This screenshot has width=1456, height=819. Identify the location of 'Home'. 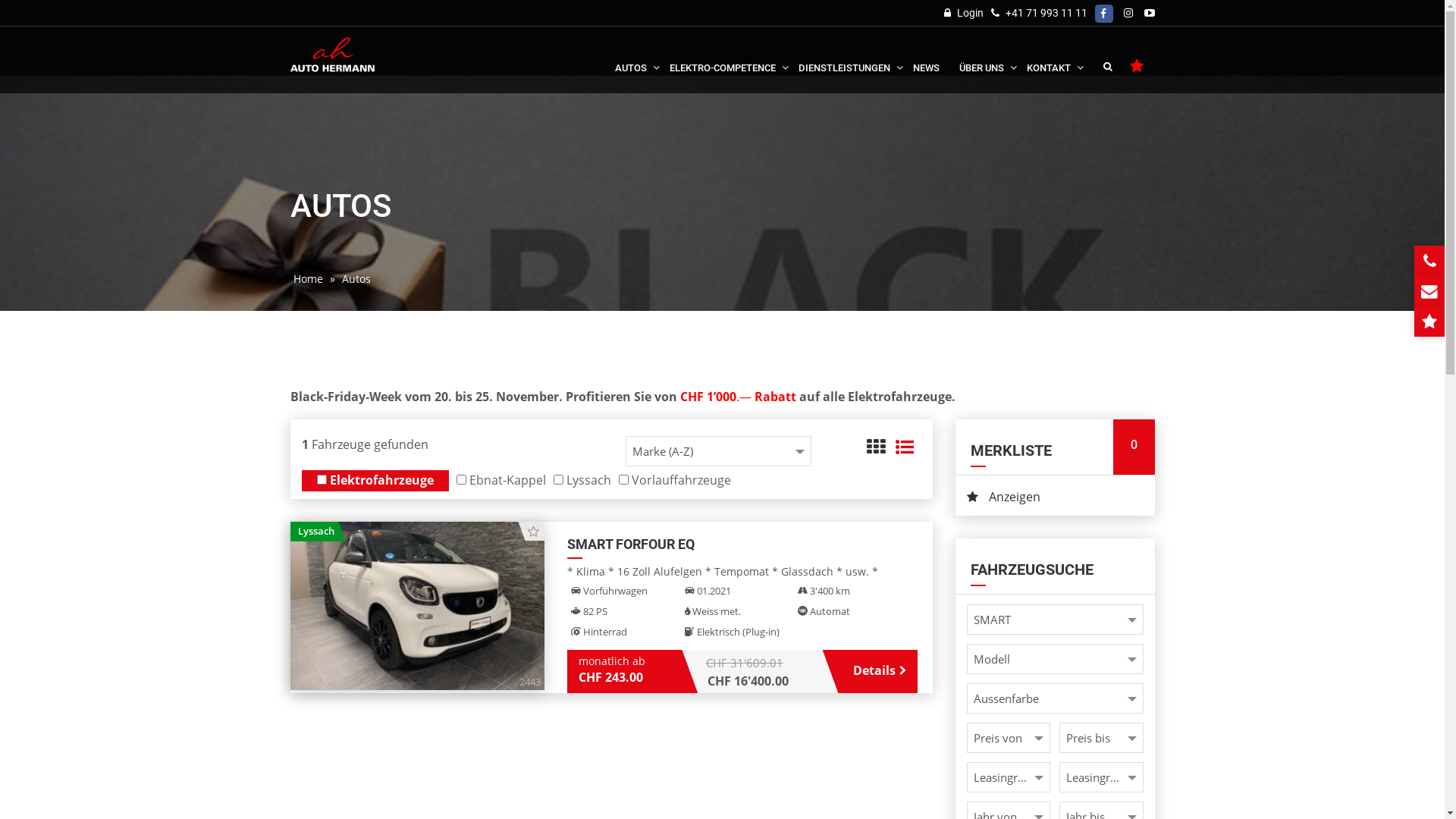
(290, 278).